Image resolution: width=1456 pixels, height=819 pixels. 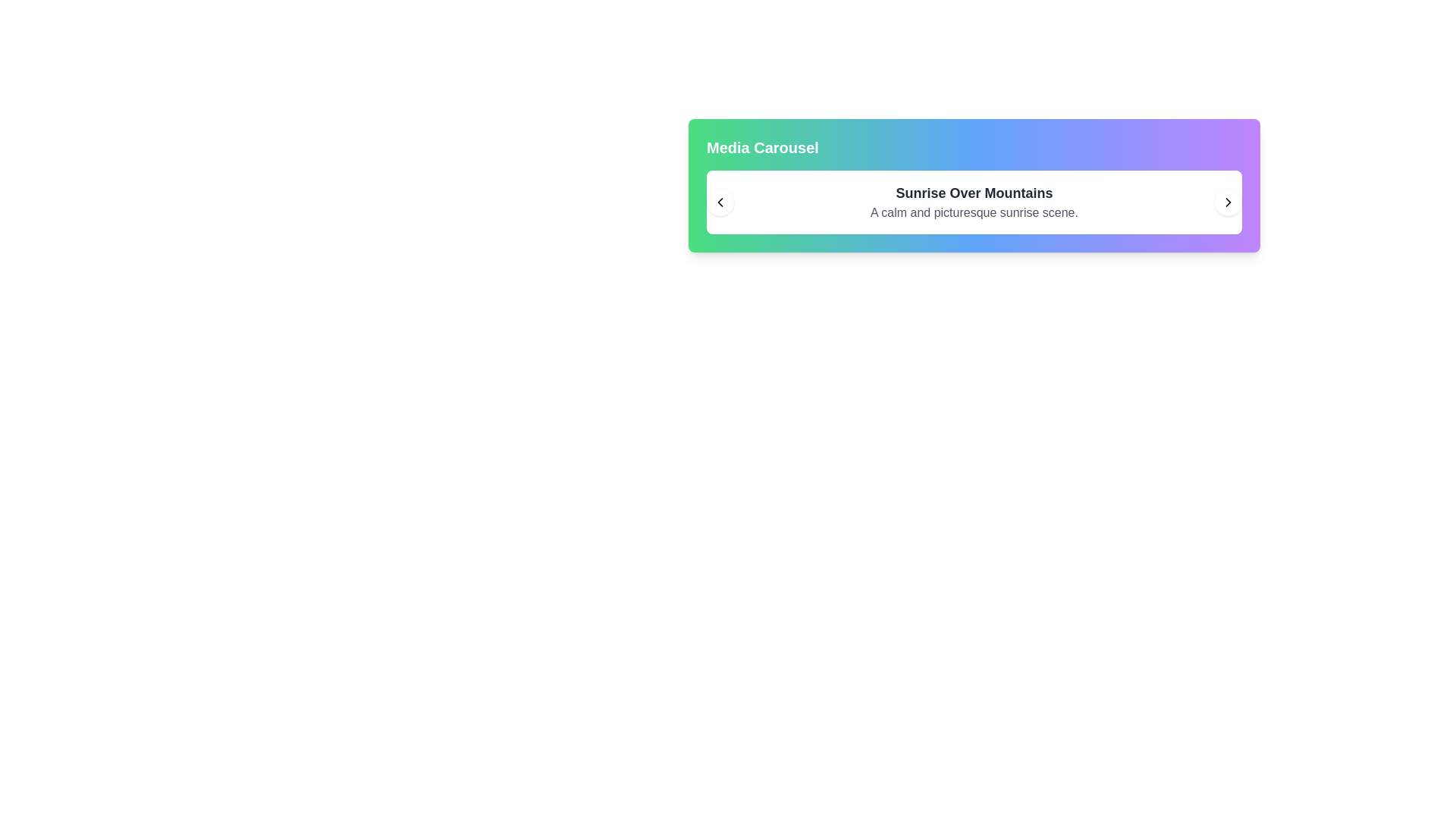 I want to click on the right navigation button in the media carousel, so click(x=1228, y=201).